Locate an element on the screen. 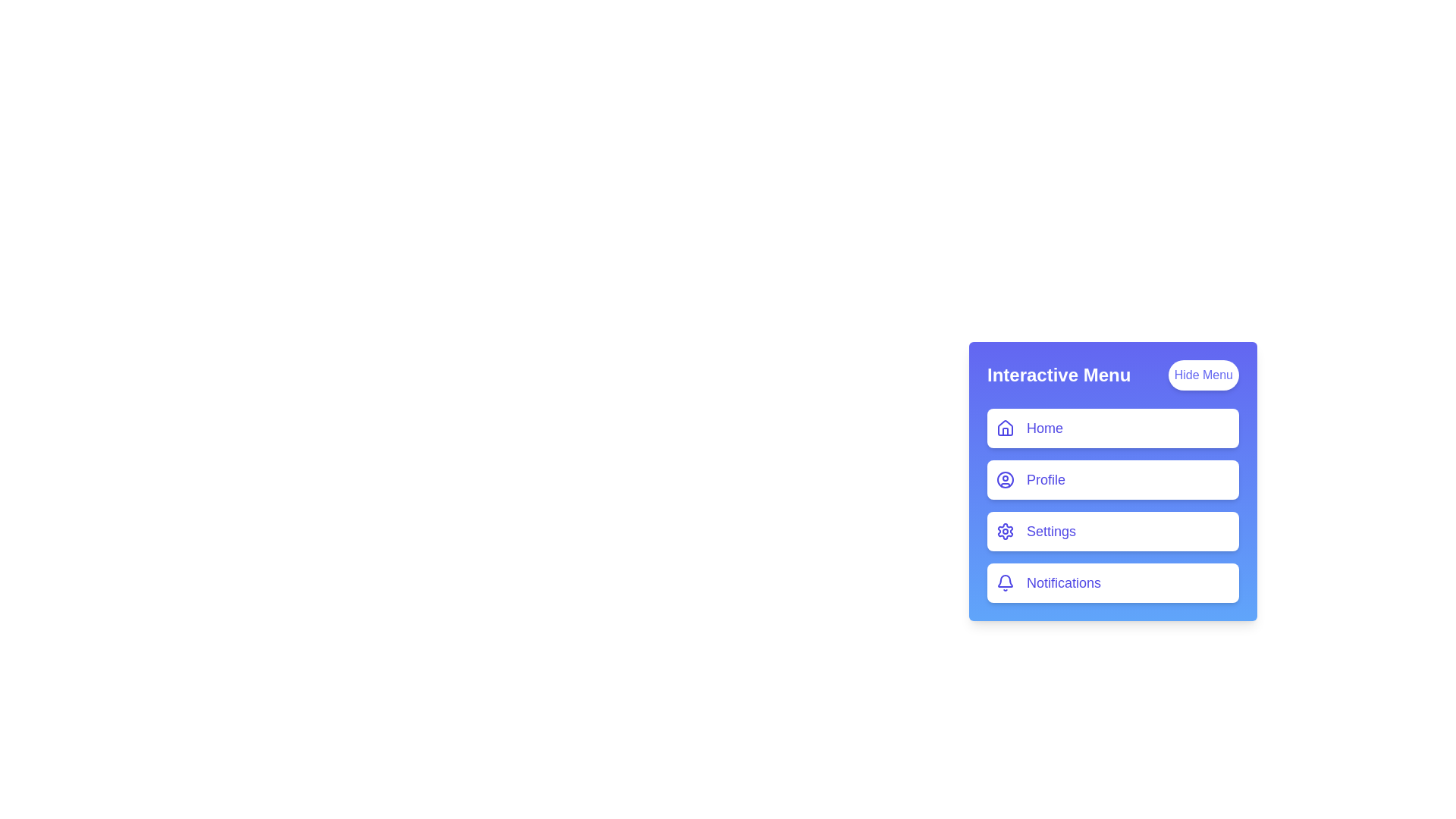  the menu item Home is located at coordinates (1113, 428).